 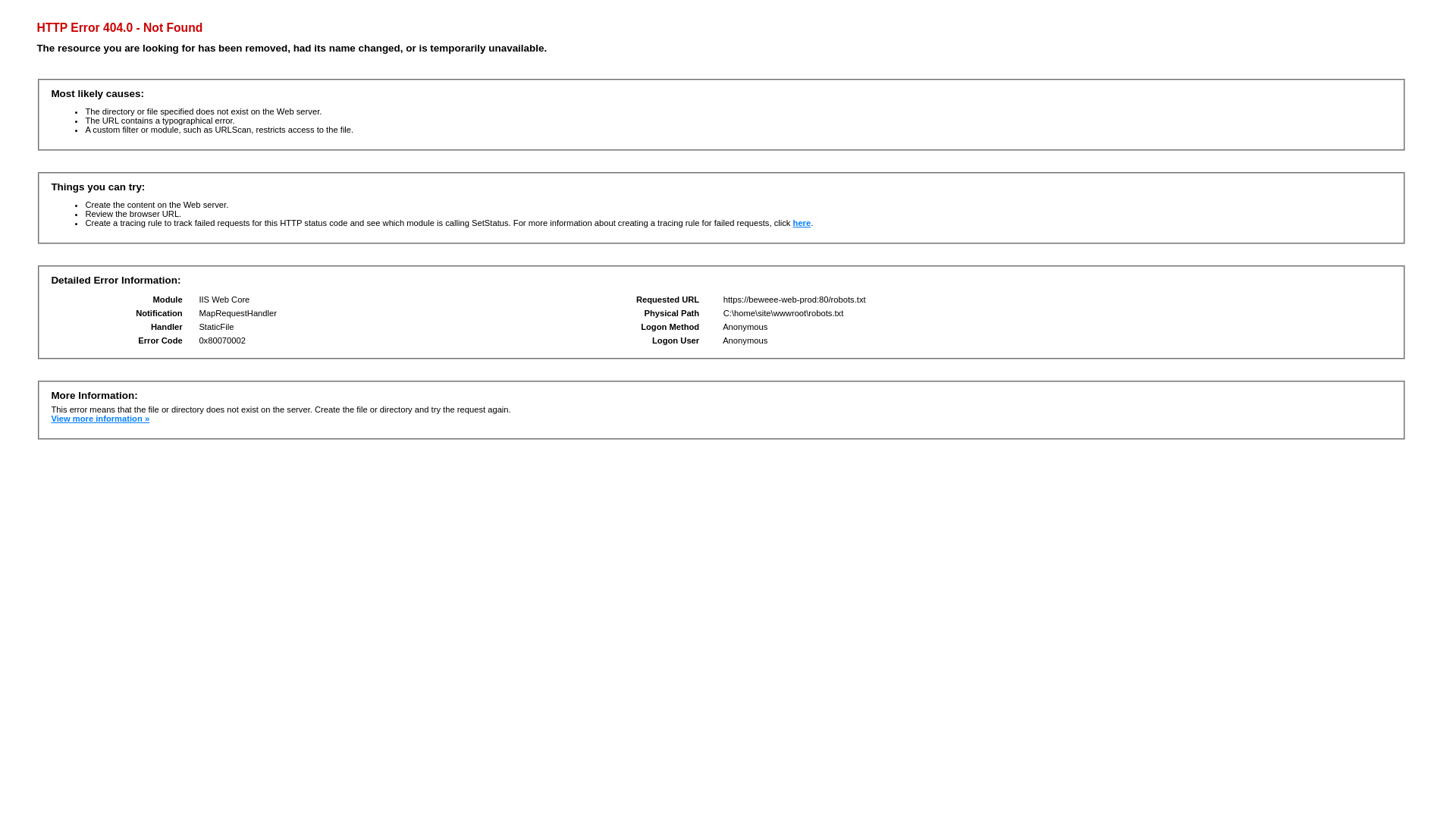 What do you see at coordinates (801, 222) in the screenshot?
I see `'here'` at bounding box center [801, 222].